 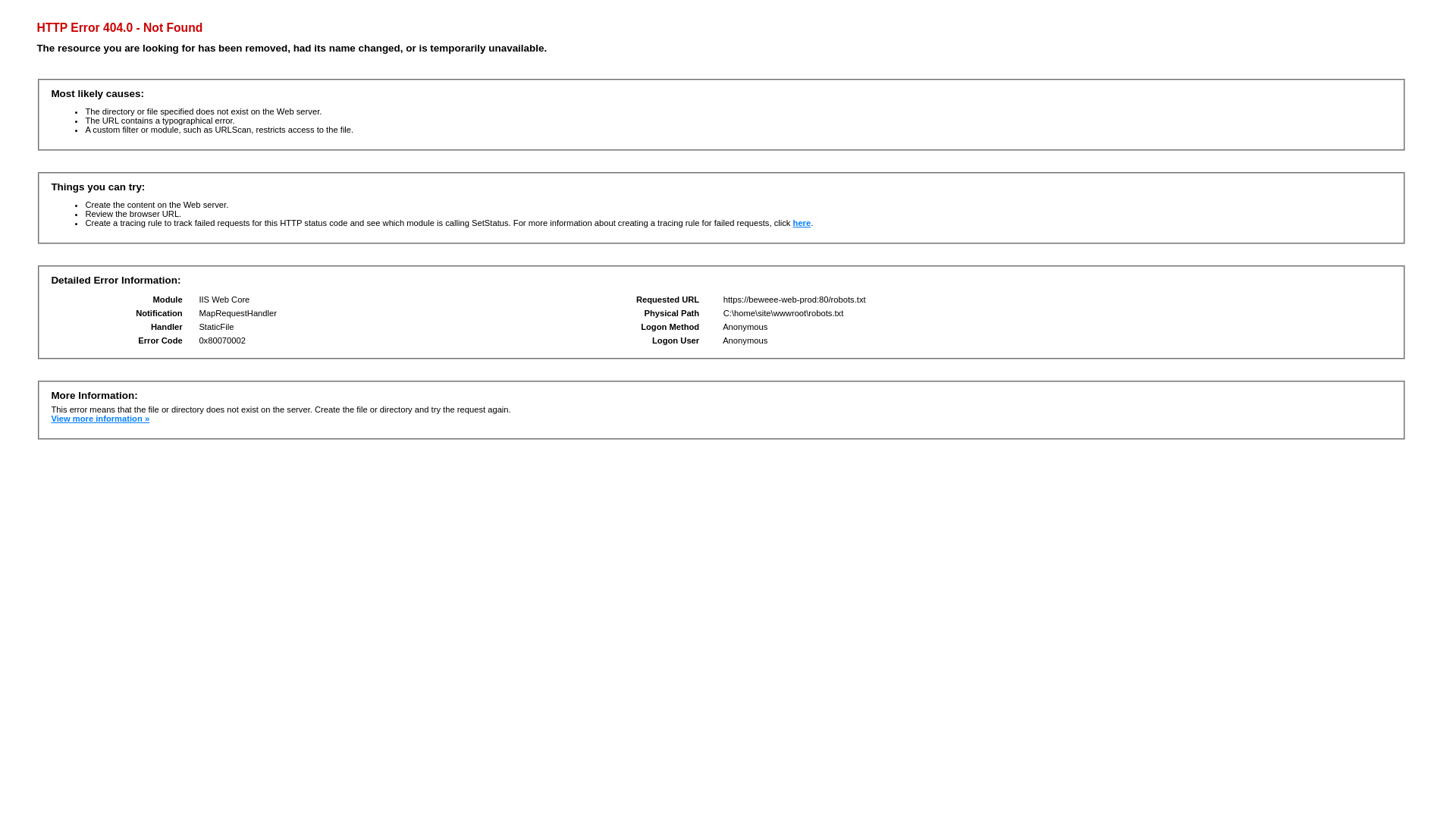 What do you see at coordinates (801, 222) in the screenshot?
I see `'here'` at bounding box center [801, 222].